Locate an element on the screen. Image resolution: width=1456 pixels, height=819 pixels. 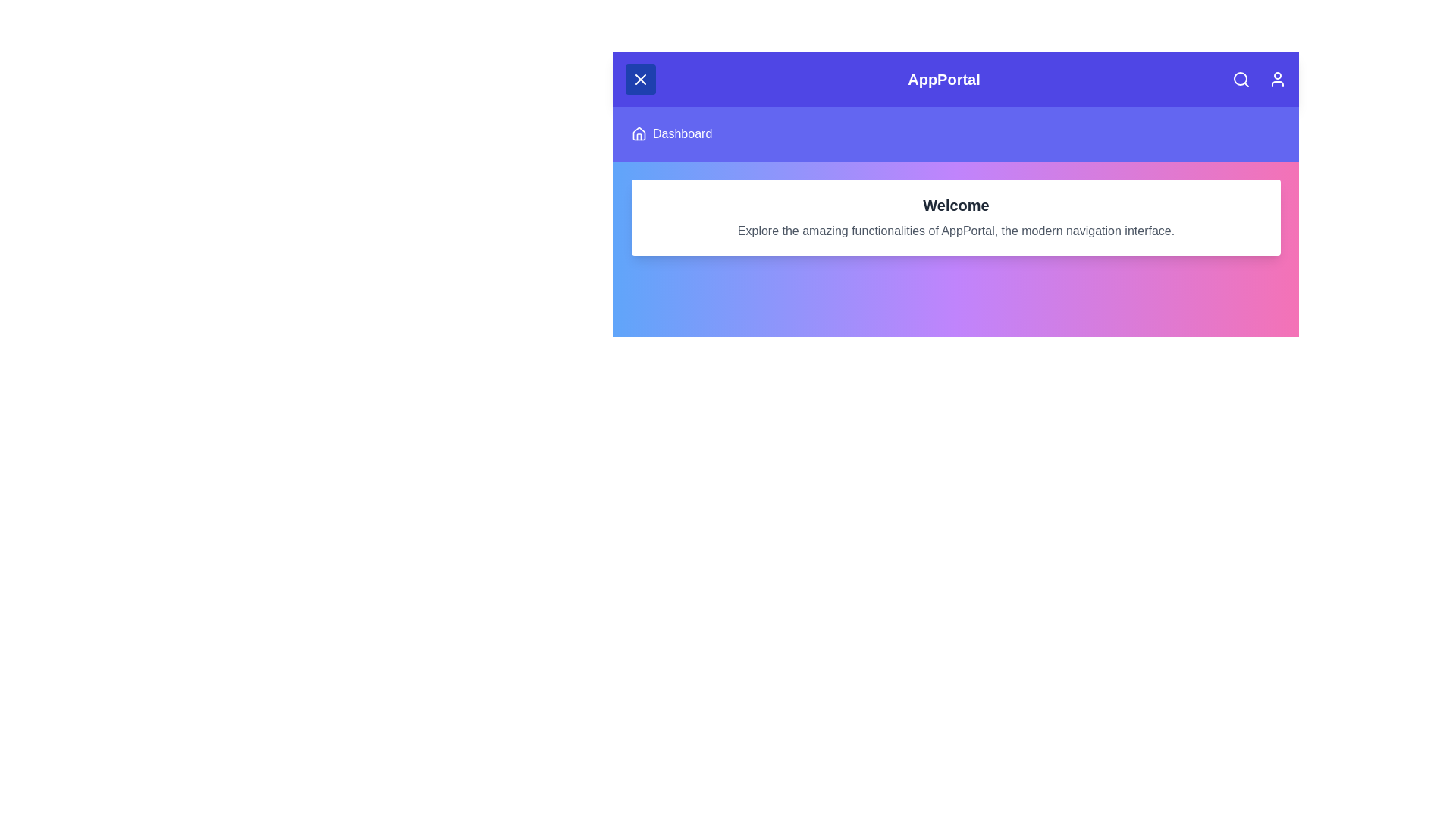
the menu button to toggle the menu visibility is located at coordinates (640, 79).